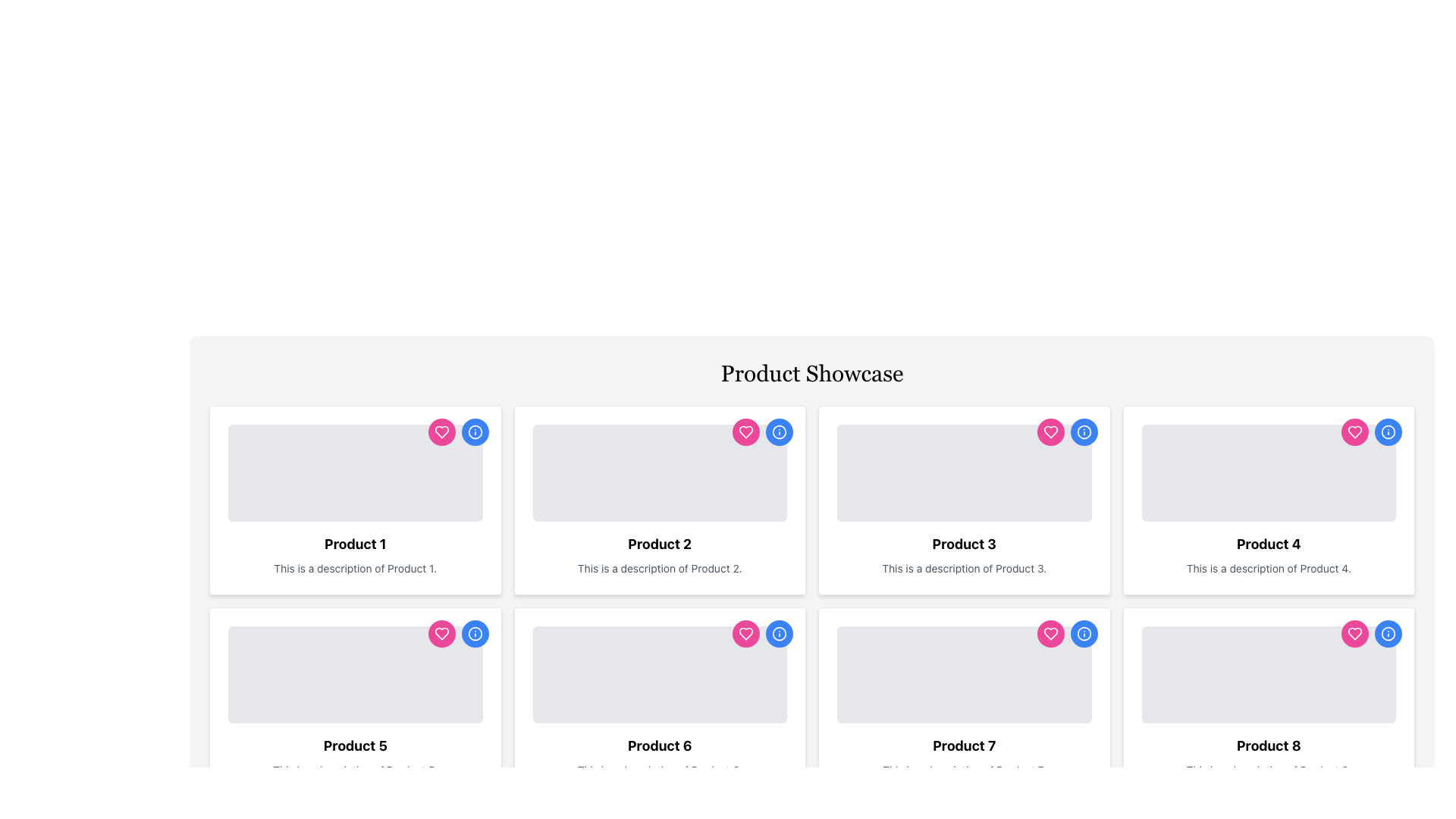 The height and width of the screenshot is (819, 1456). Describe the element at coordinates (1388, 634) in the screenshot. I see `the information button located in the bottom-right corner of the 'Product 8' card` at that location.